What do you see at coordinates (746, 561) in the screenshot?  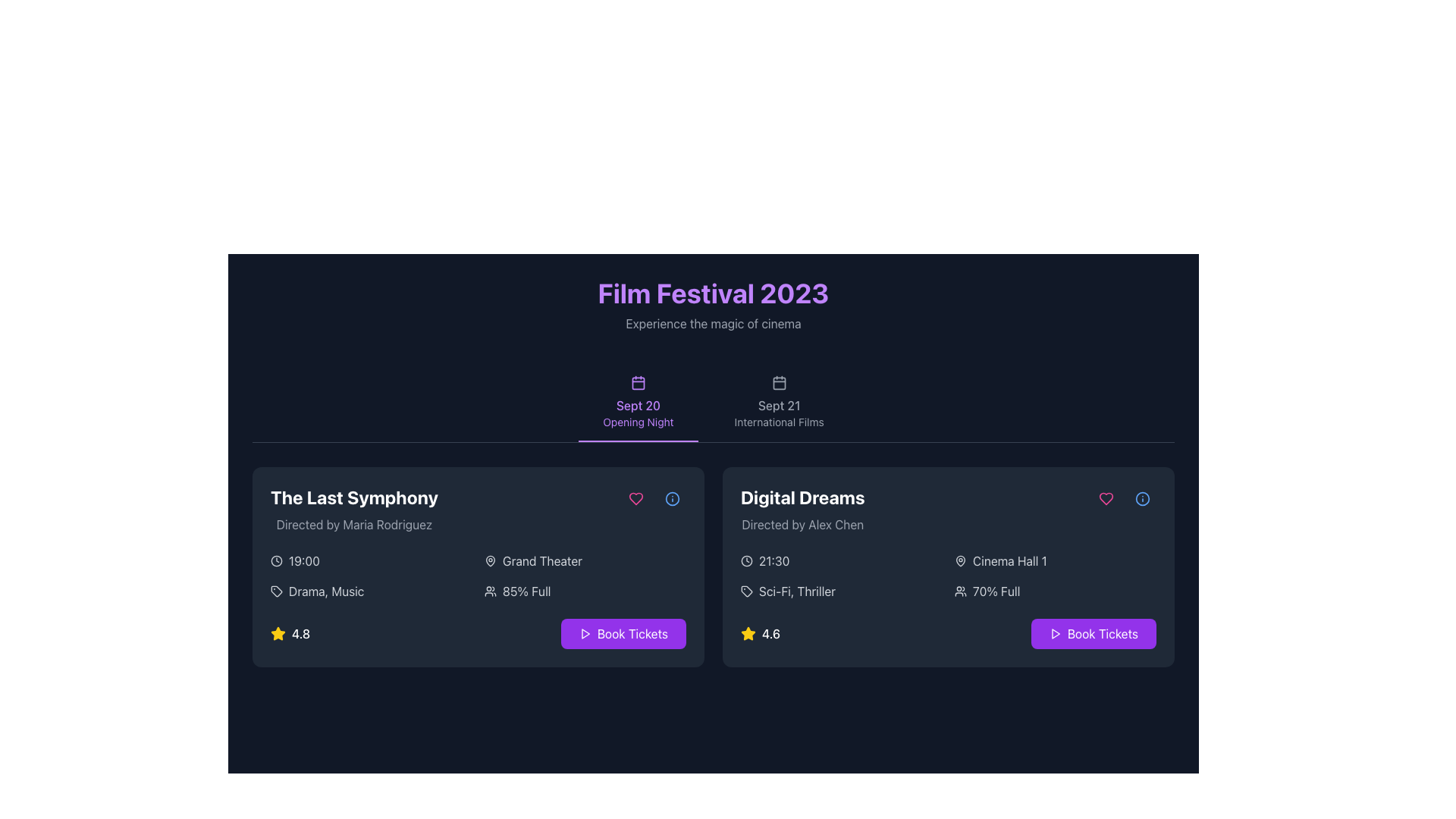 I see `the decorative SVG circle within the clock icon located near the '21:30' text under the 'Digital Dreams' section` at bounding box center [746, 561].